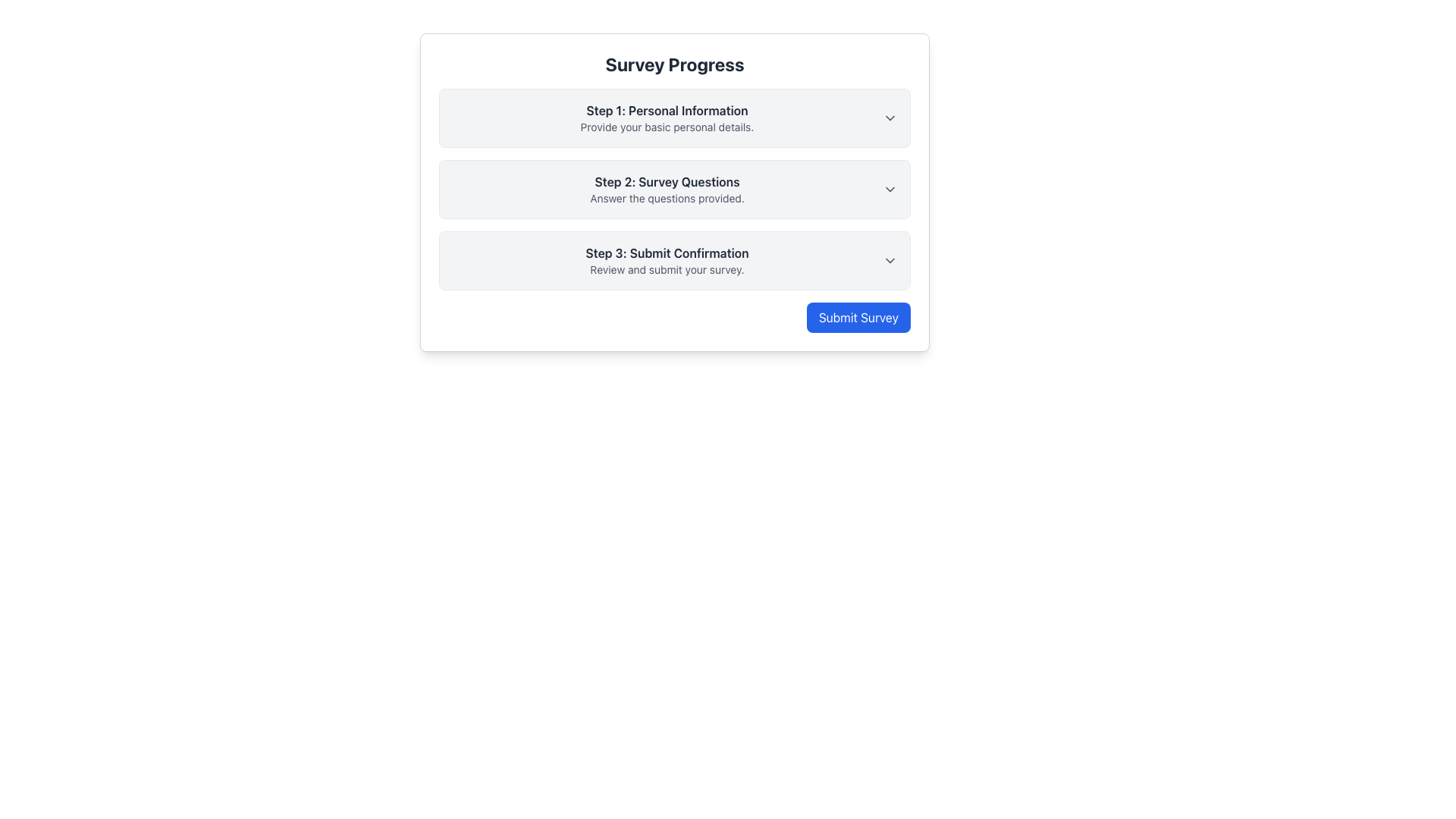  I want to click on the Collapsible Section Header labeled 'Step 1: Personal Information', so click(673, 117).